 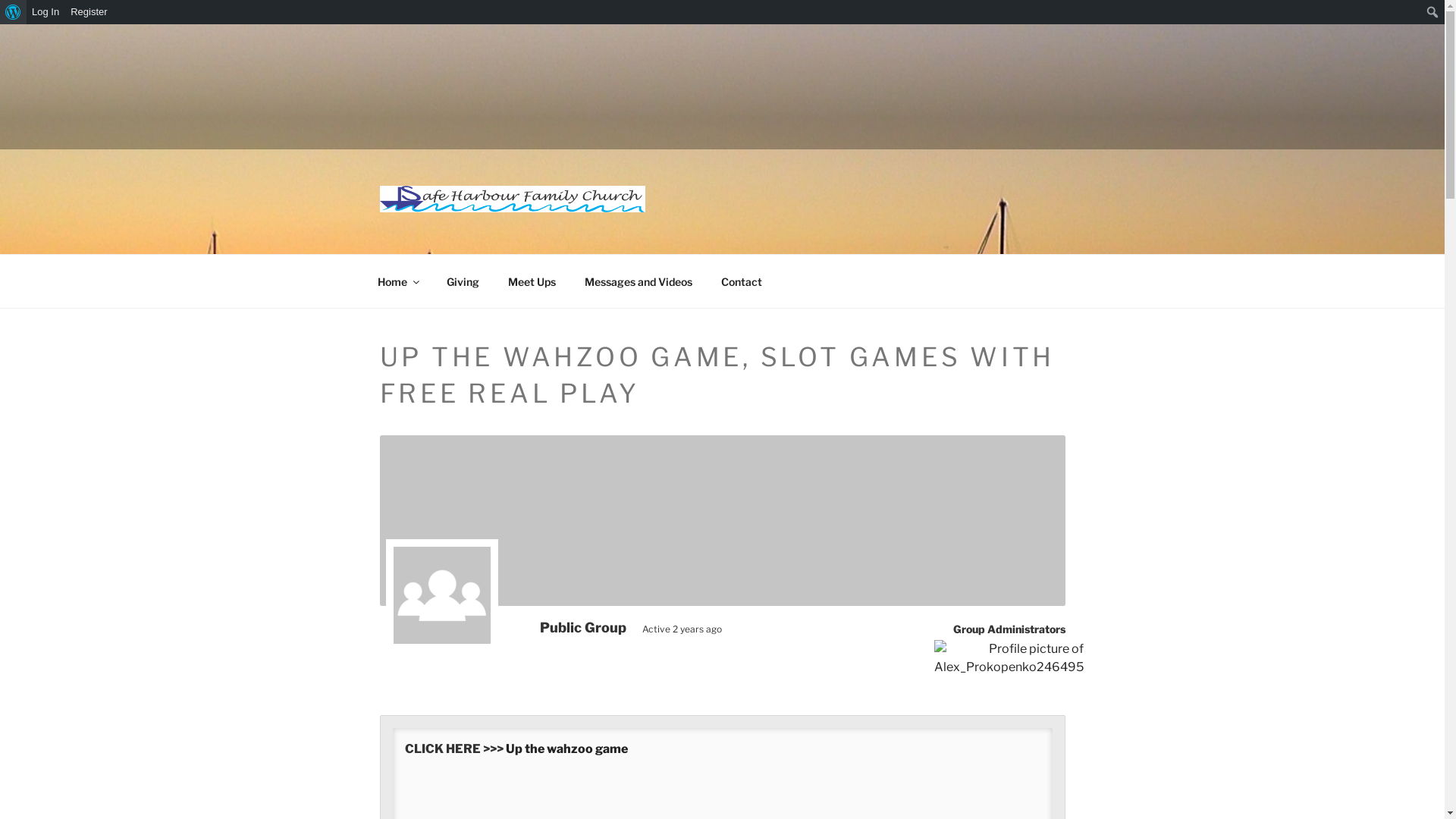 I want to click on 'Skip to content', so click(x=0, y=24).